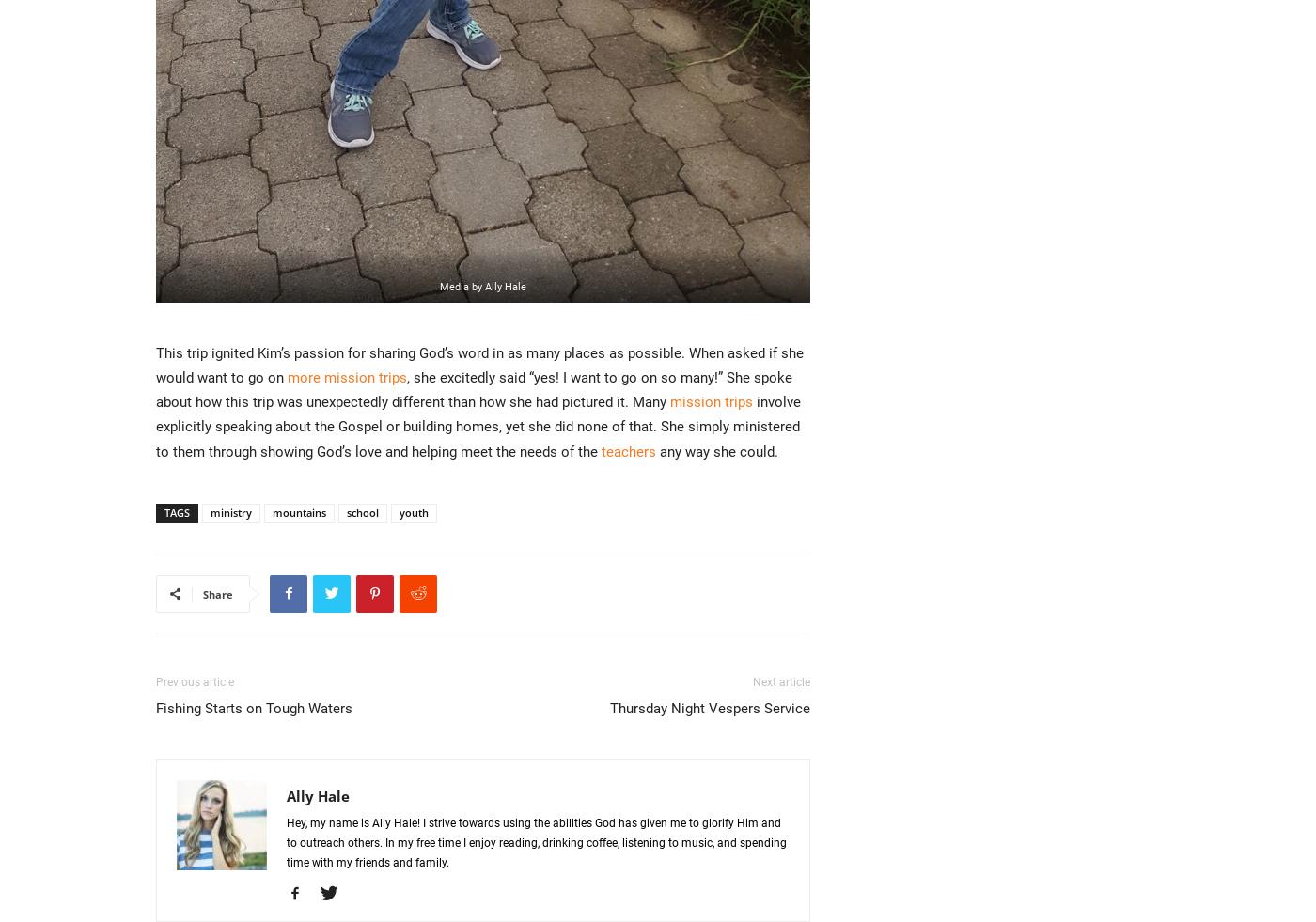 Image resolution: width=1316 pixels, height=922 pixels. I want to click on 'mountains', so click(299, 511).